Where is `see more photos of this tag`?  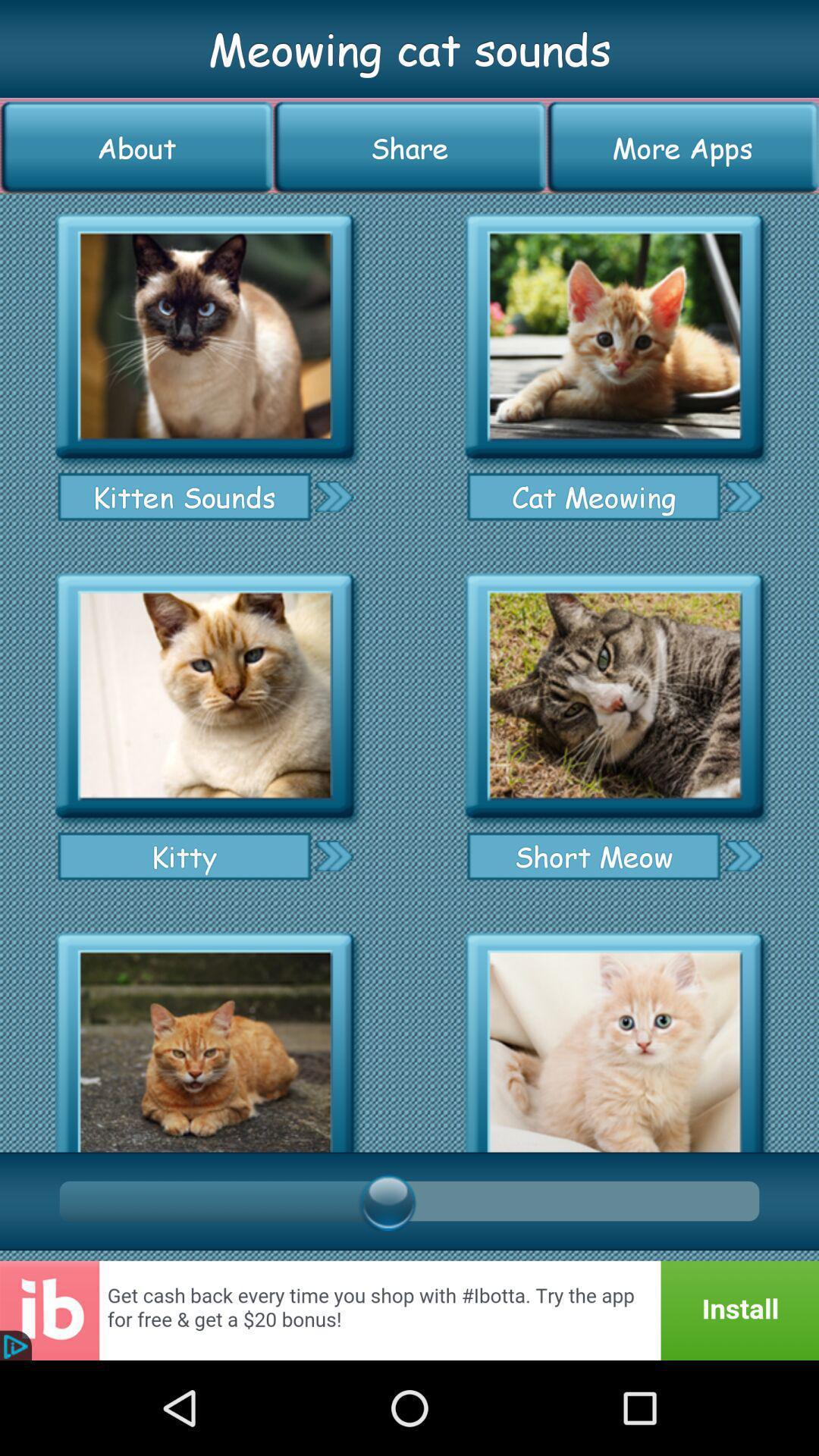
see more photos of this tag is located at coordinates (333, 855).